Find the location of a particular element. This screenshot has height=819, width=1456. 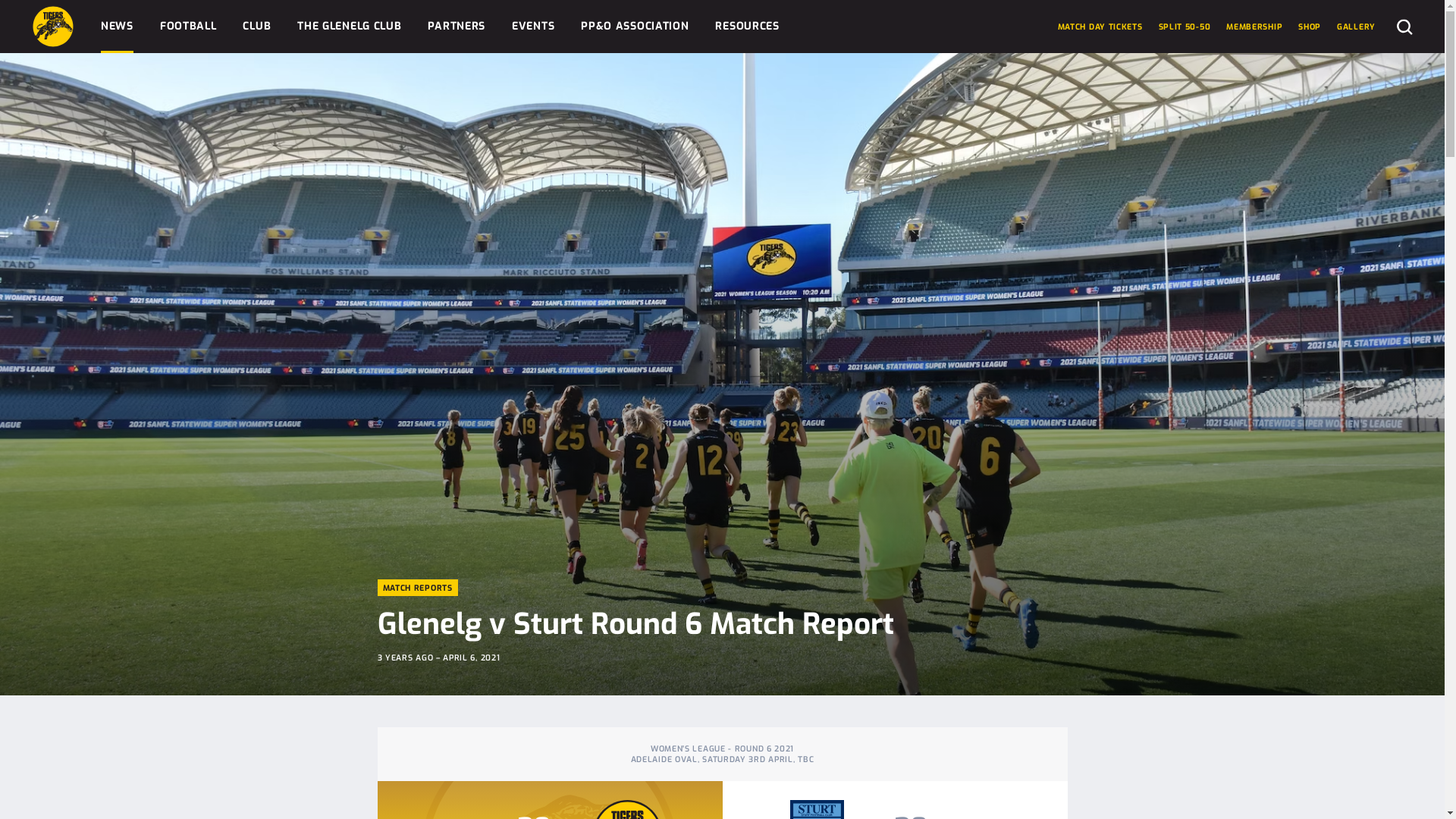

'Search' is located at coordinates (1396, 26).